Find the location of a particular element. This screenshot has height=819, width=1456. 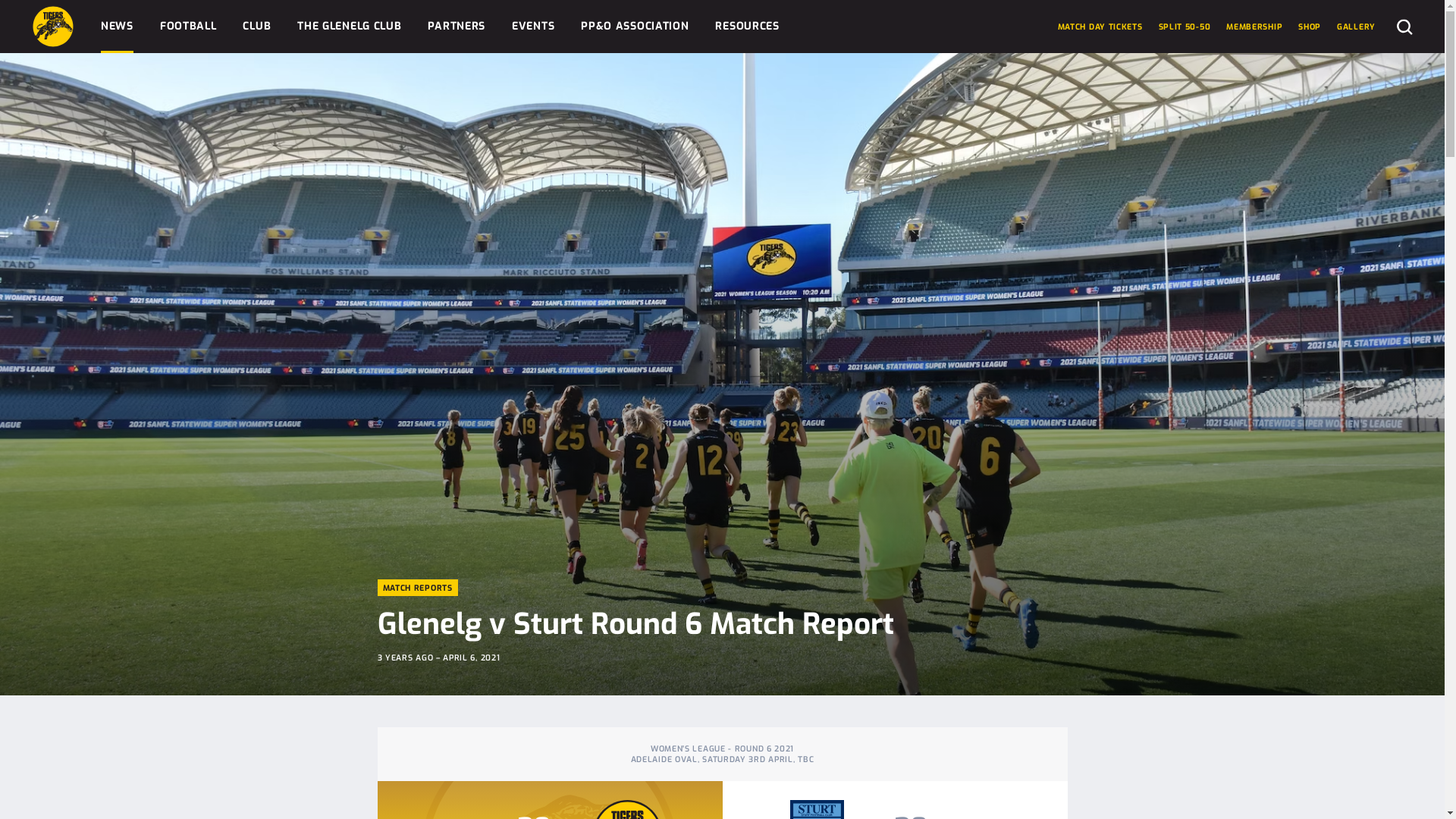

'Search' is located at coordinates (1396, 26).